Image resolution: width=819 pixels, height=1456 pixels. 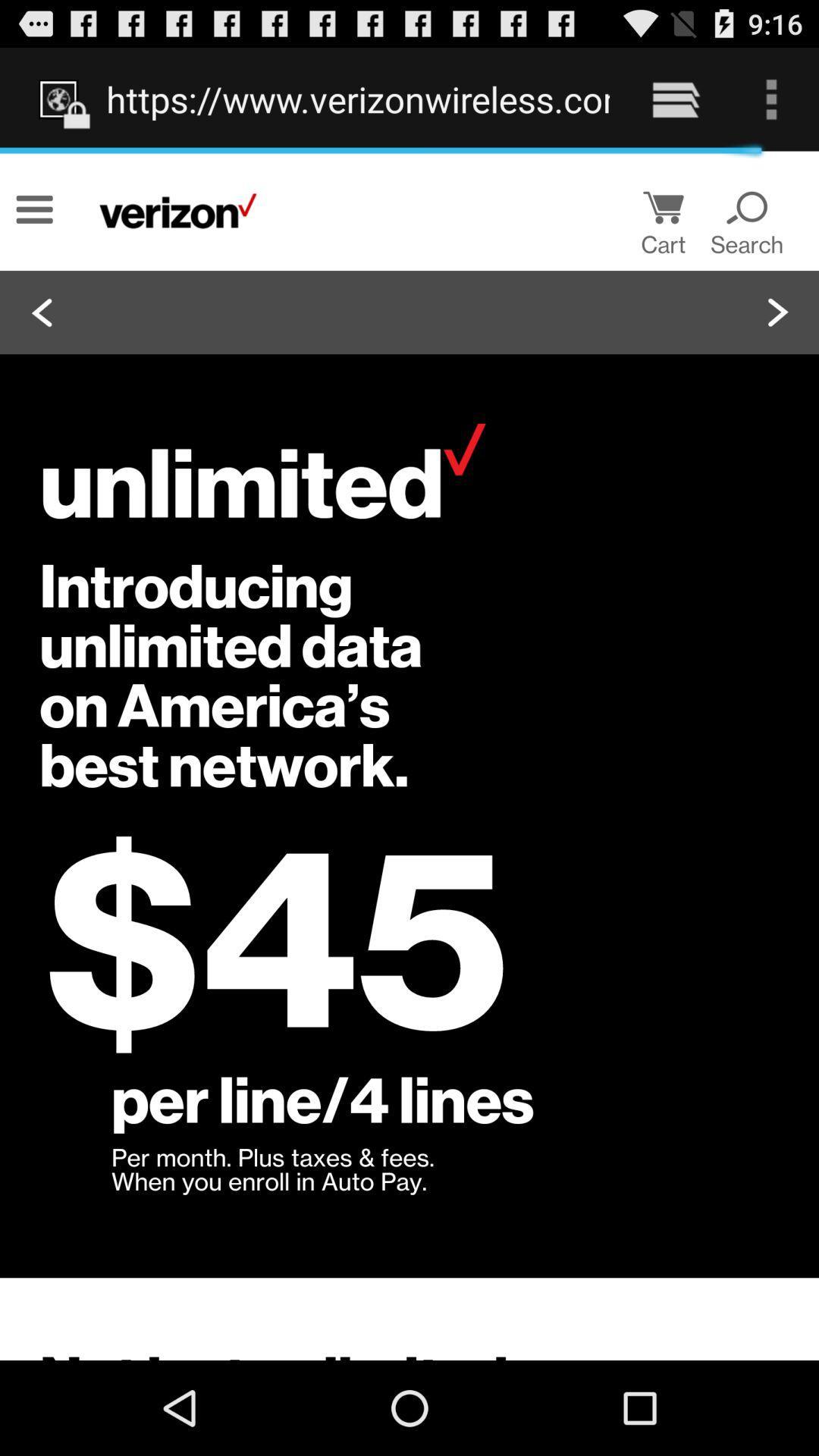 What do you see at coordinates (358, 99) in the screenshot?
I see `the https www verizonwireless` at bounding box center [358, 99].